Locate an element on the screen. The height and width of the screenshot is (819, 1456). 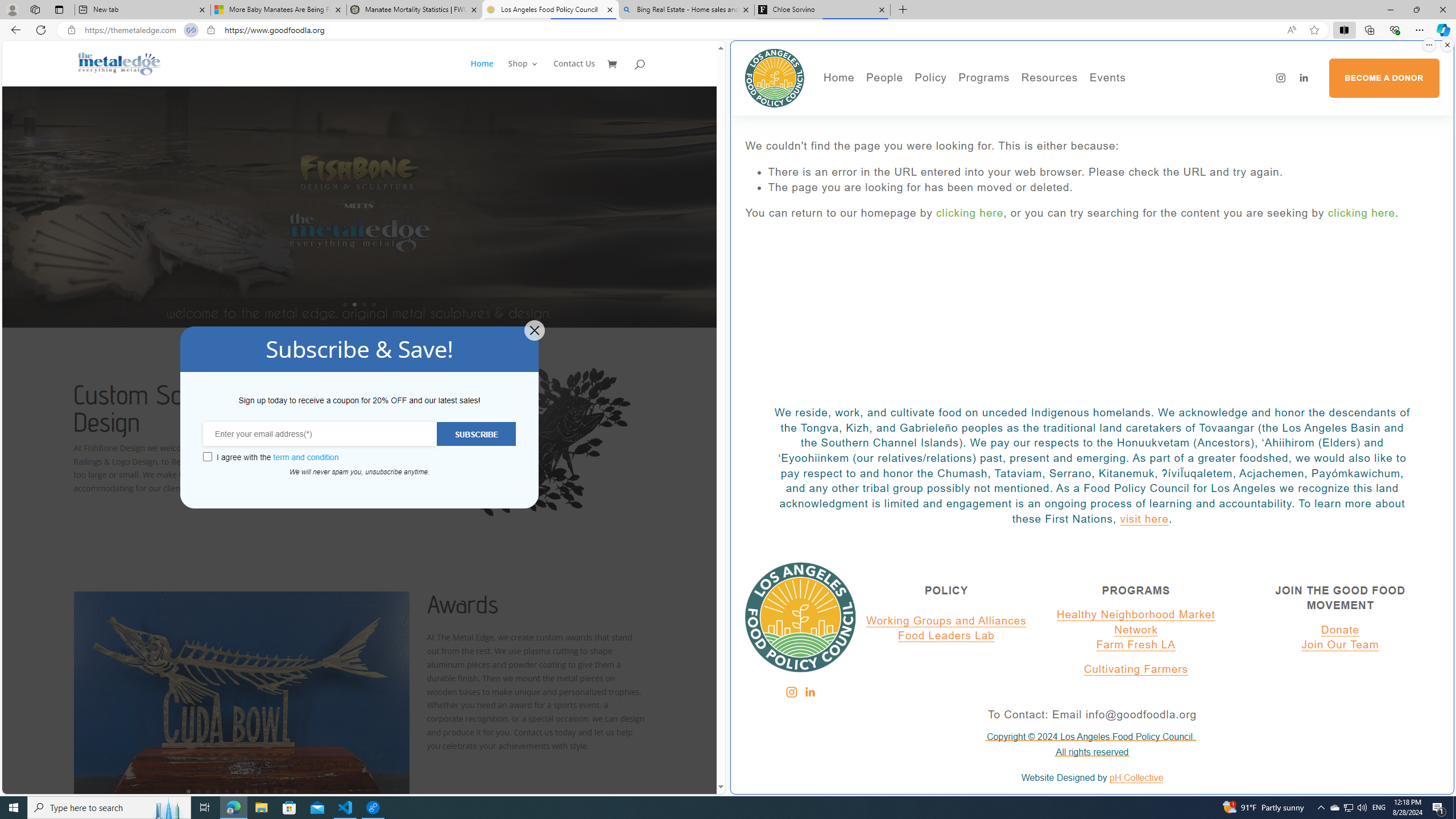
'Working Groups and Alliances' is located at coordinates (946, 621).